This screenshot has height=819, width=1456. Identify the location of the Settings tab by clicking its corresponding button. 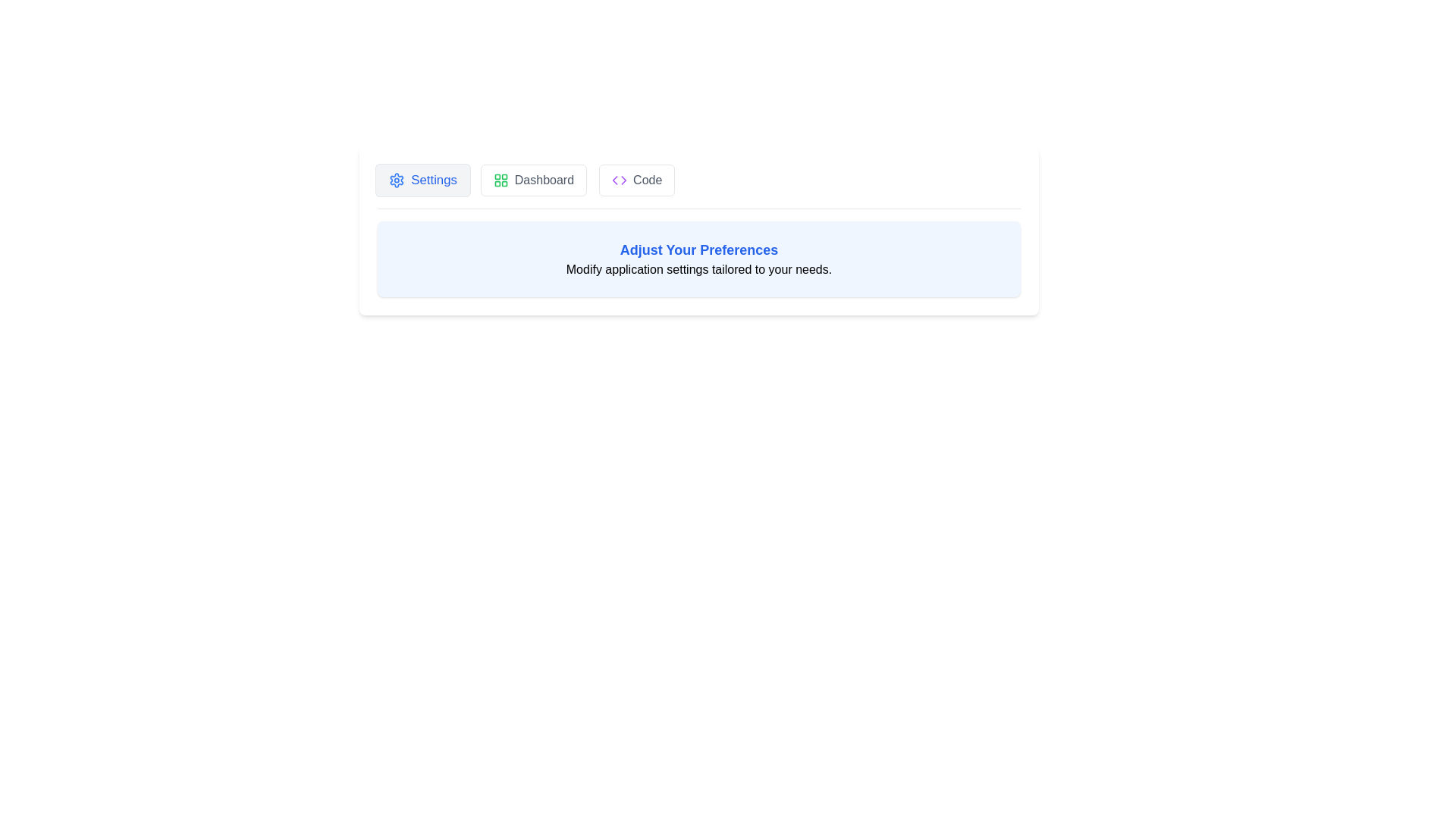
(422, 180).